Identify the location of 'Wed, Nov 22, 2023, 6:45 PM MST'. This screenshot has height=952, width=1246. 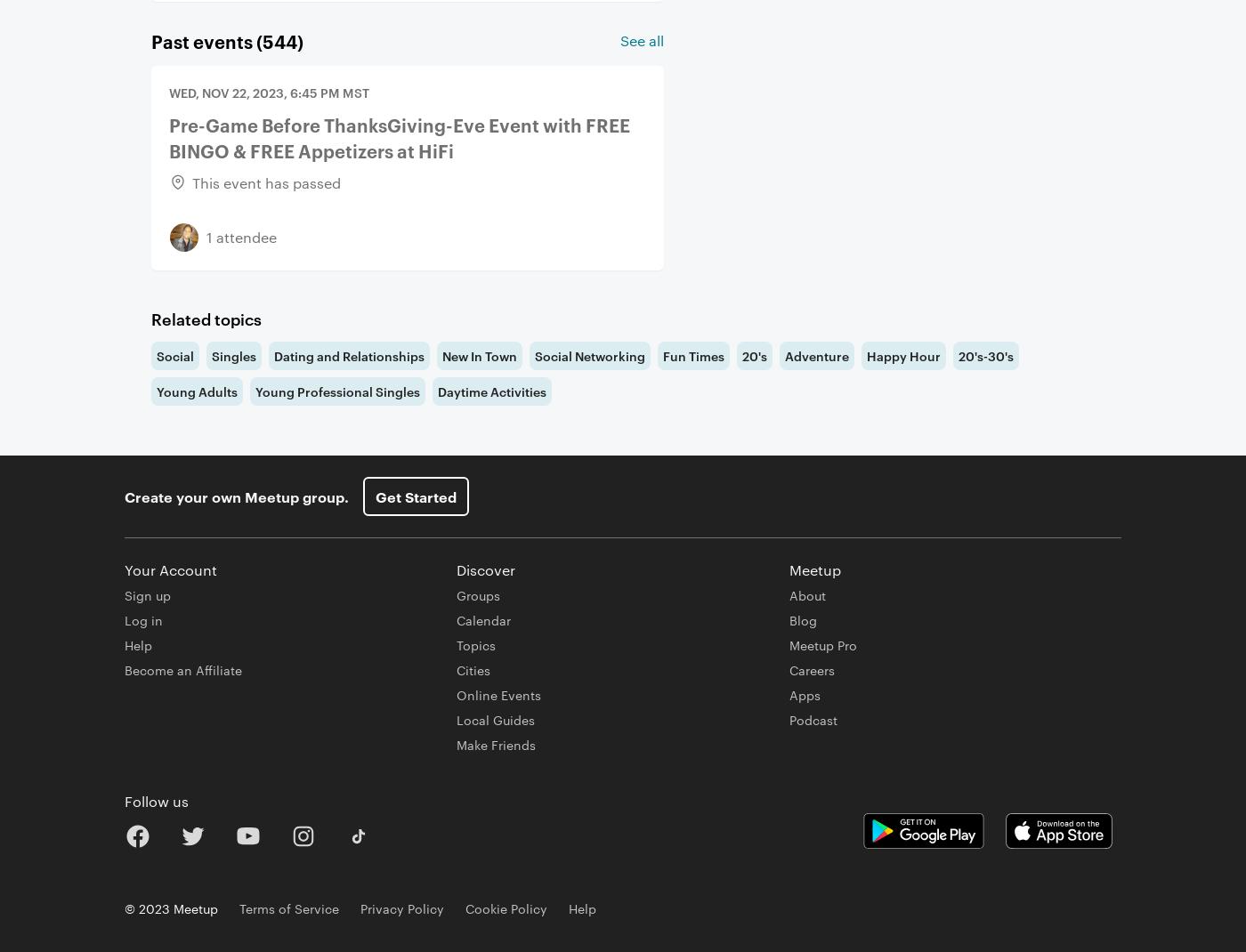
(269, 92).